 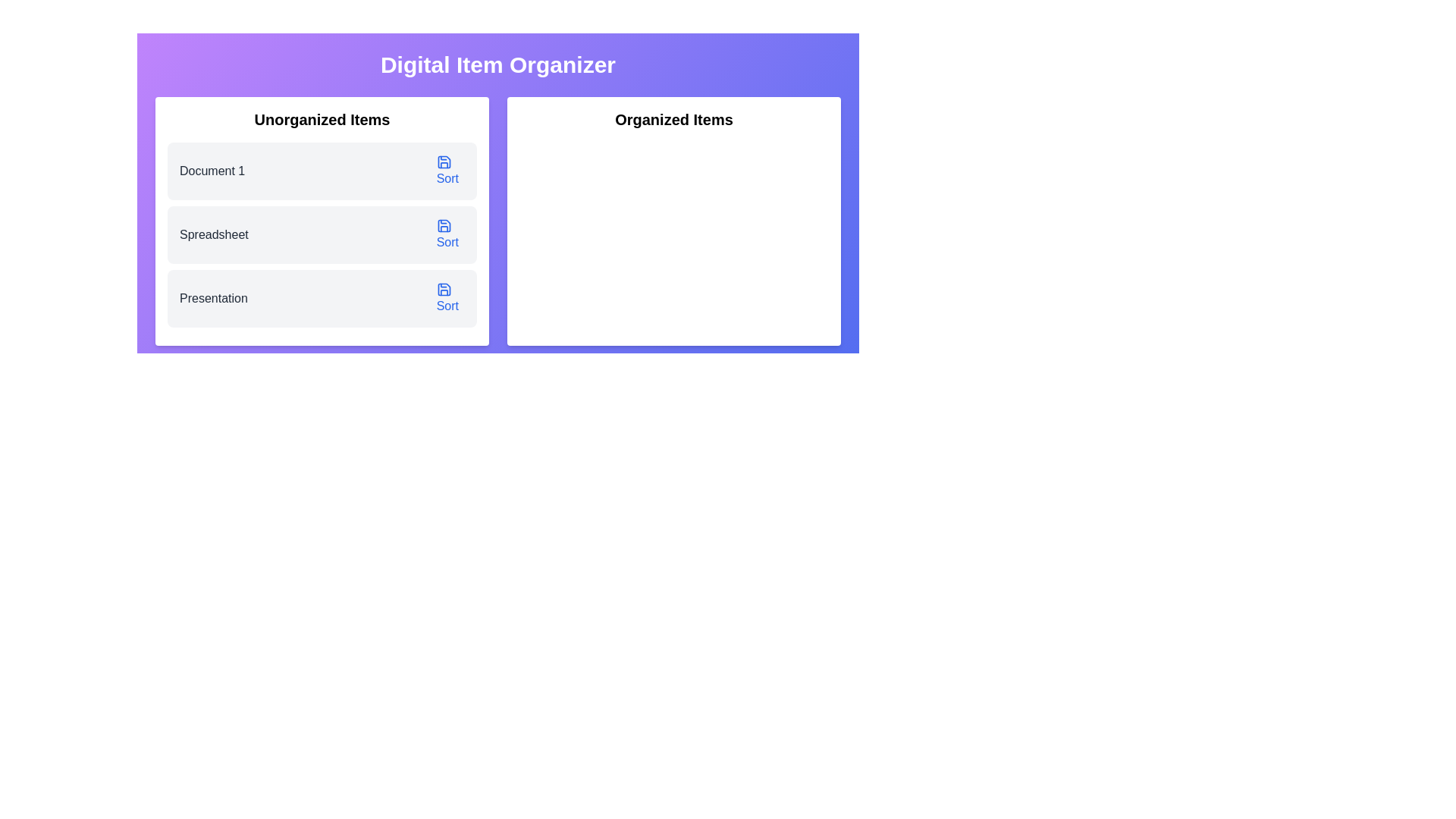 I want to click on the blue save icon resembling a floppy disk, which is part of the 'Sort' button located in the 'Unorganized Items' section, aligned to the right of 'Presentation', so click(x=443, y=225).